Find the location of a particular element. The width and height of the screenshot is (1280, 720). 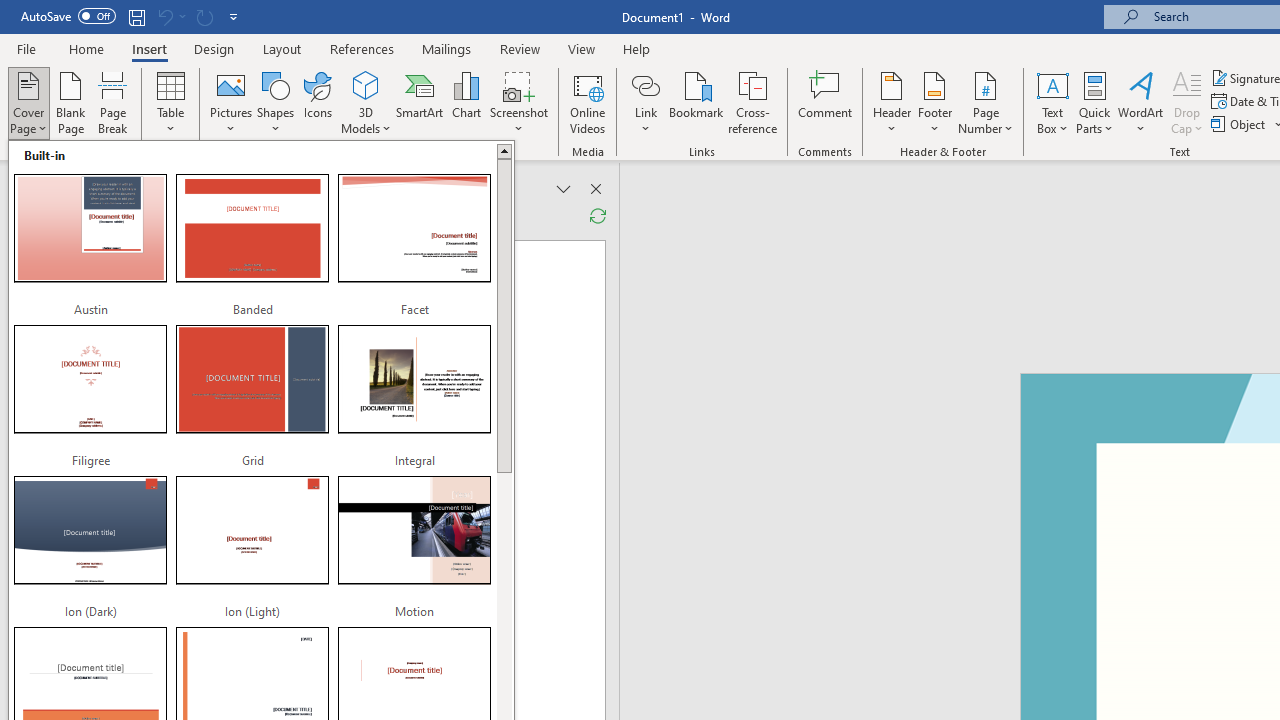

'Blank Page' is located at coordinates (71, 103).